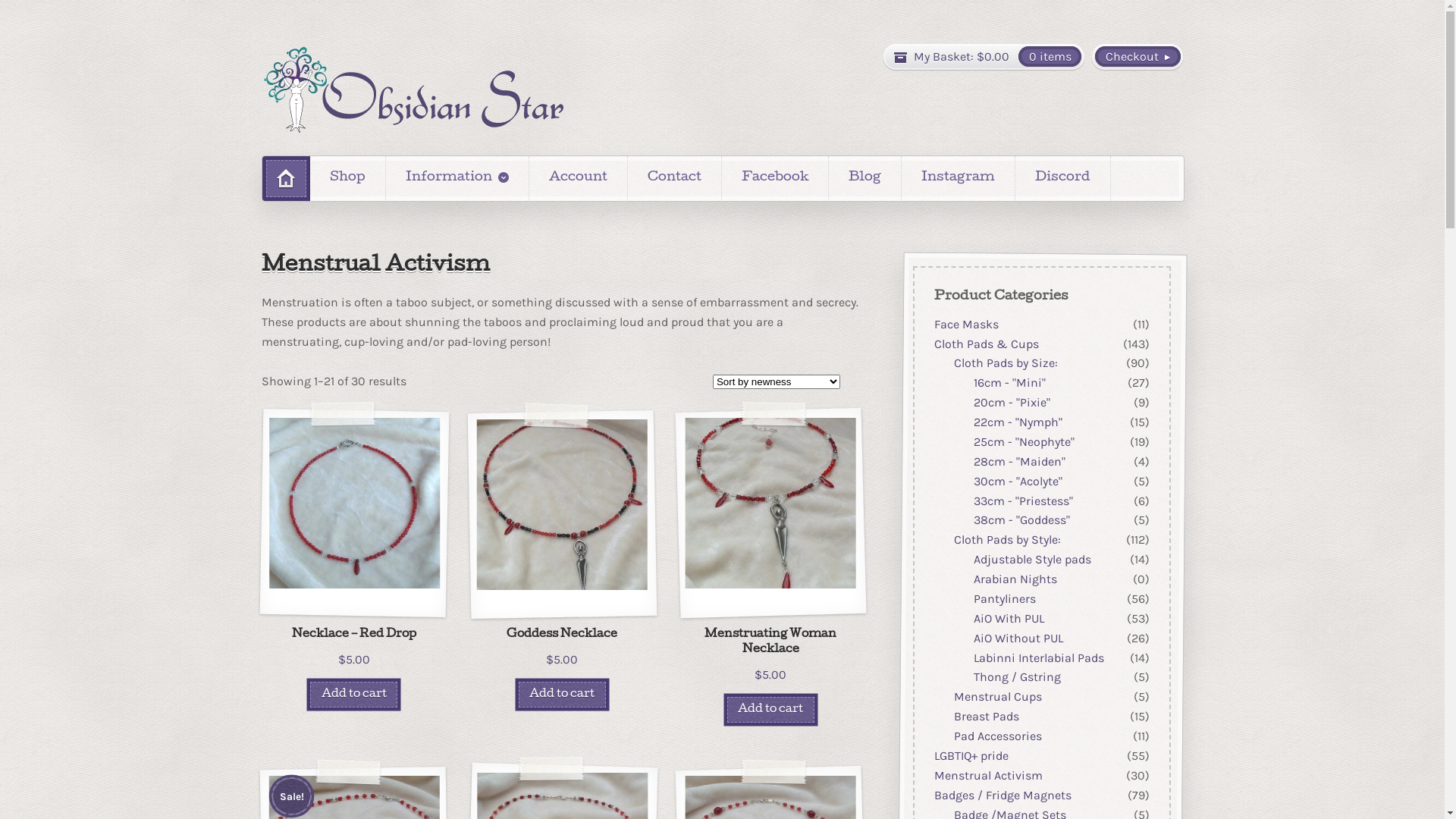  Describe the element at coordinates (1009, 381) in the screenshot. I see `'16cm - "Mini"'` at that location.